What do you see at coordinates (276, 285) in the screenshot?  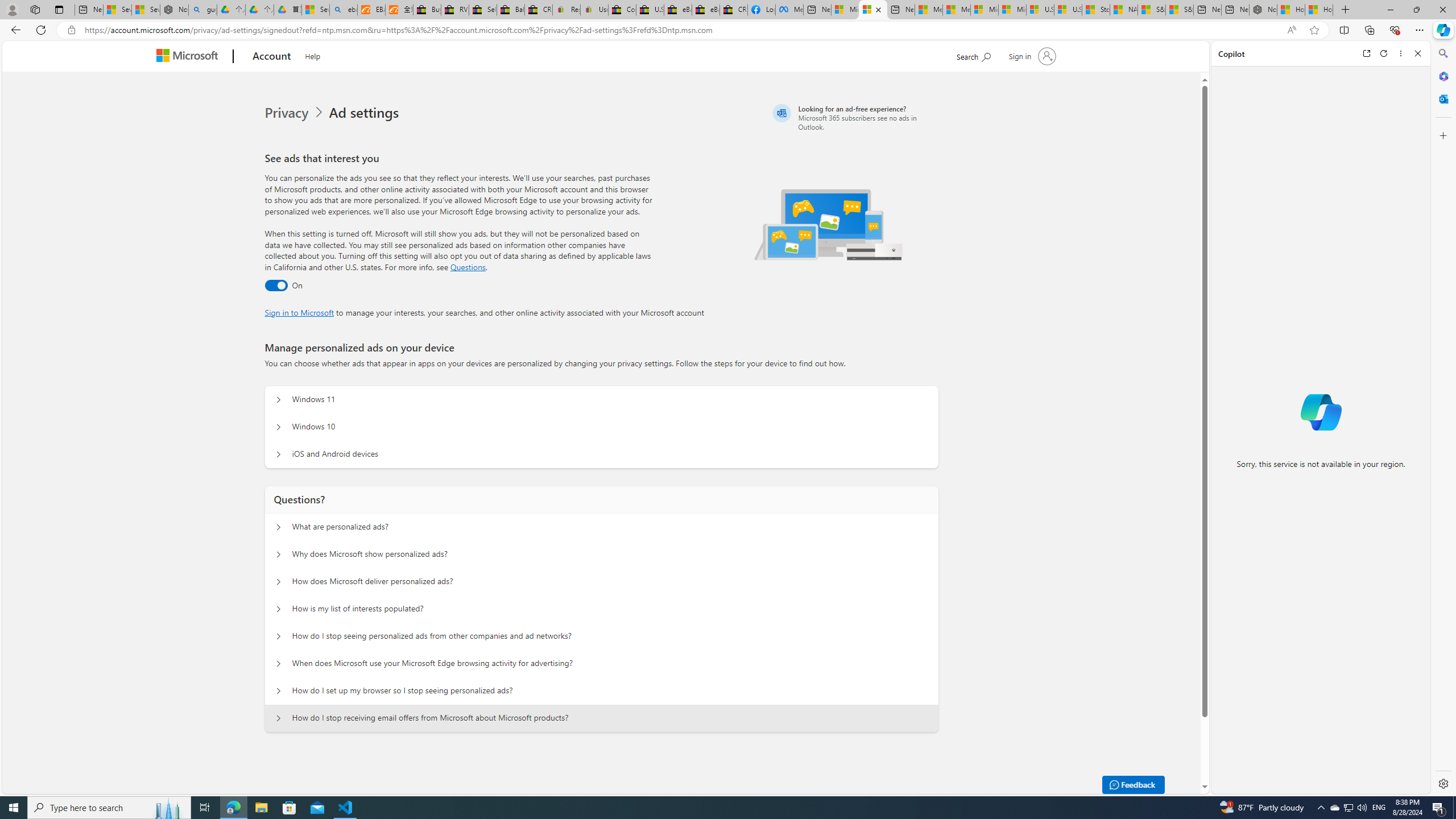 I see `'Ad settings toggle'` at bounding box center [276, 285].